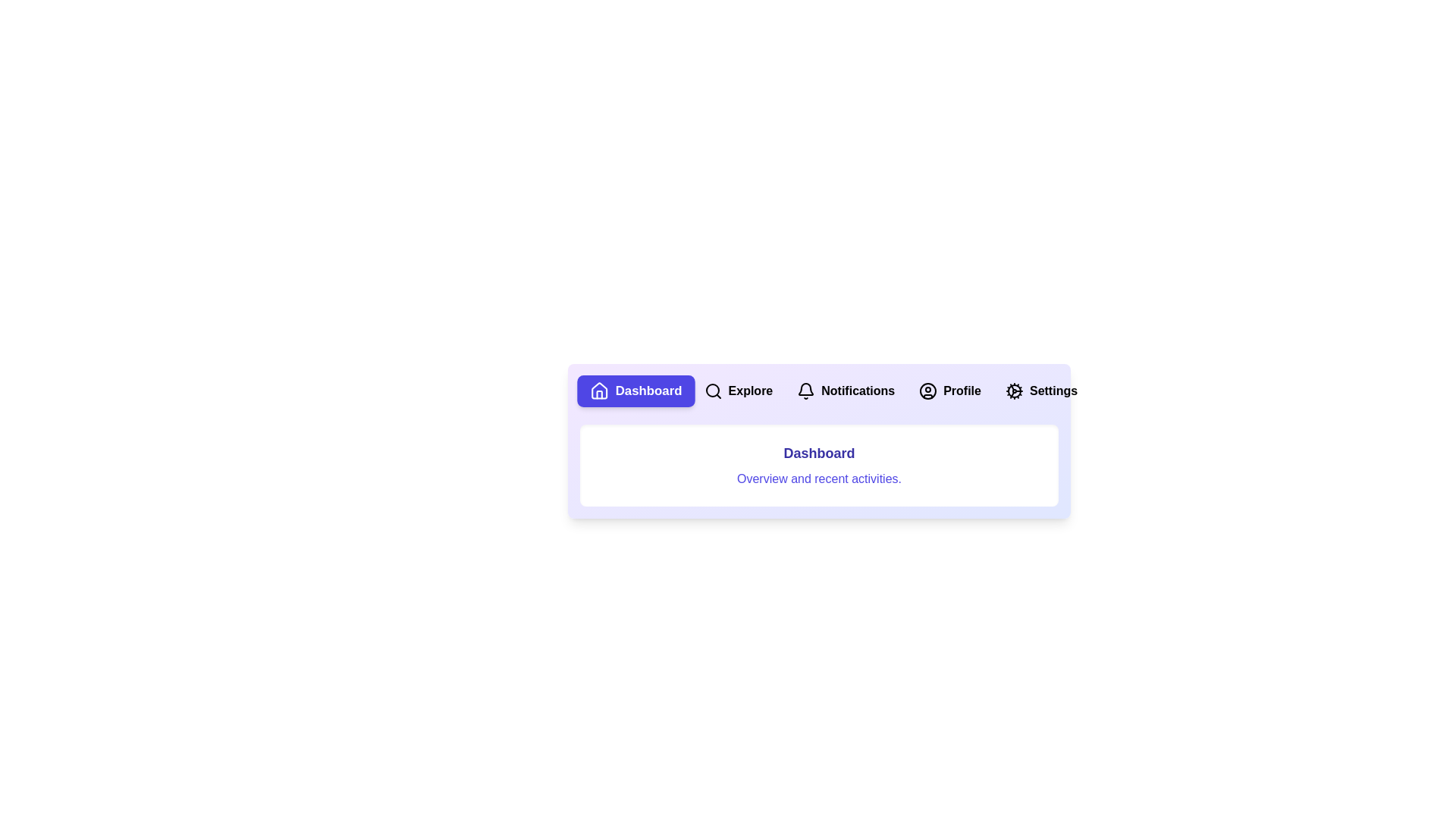 This screenshot has height=819, width=1456. I want to click on the Profile tab by clicking on its respective button, so click(949, 391).